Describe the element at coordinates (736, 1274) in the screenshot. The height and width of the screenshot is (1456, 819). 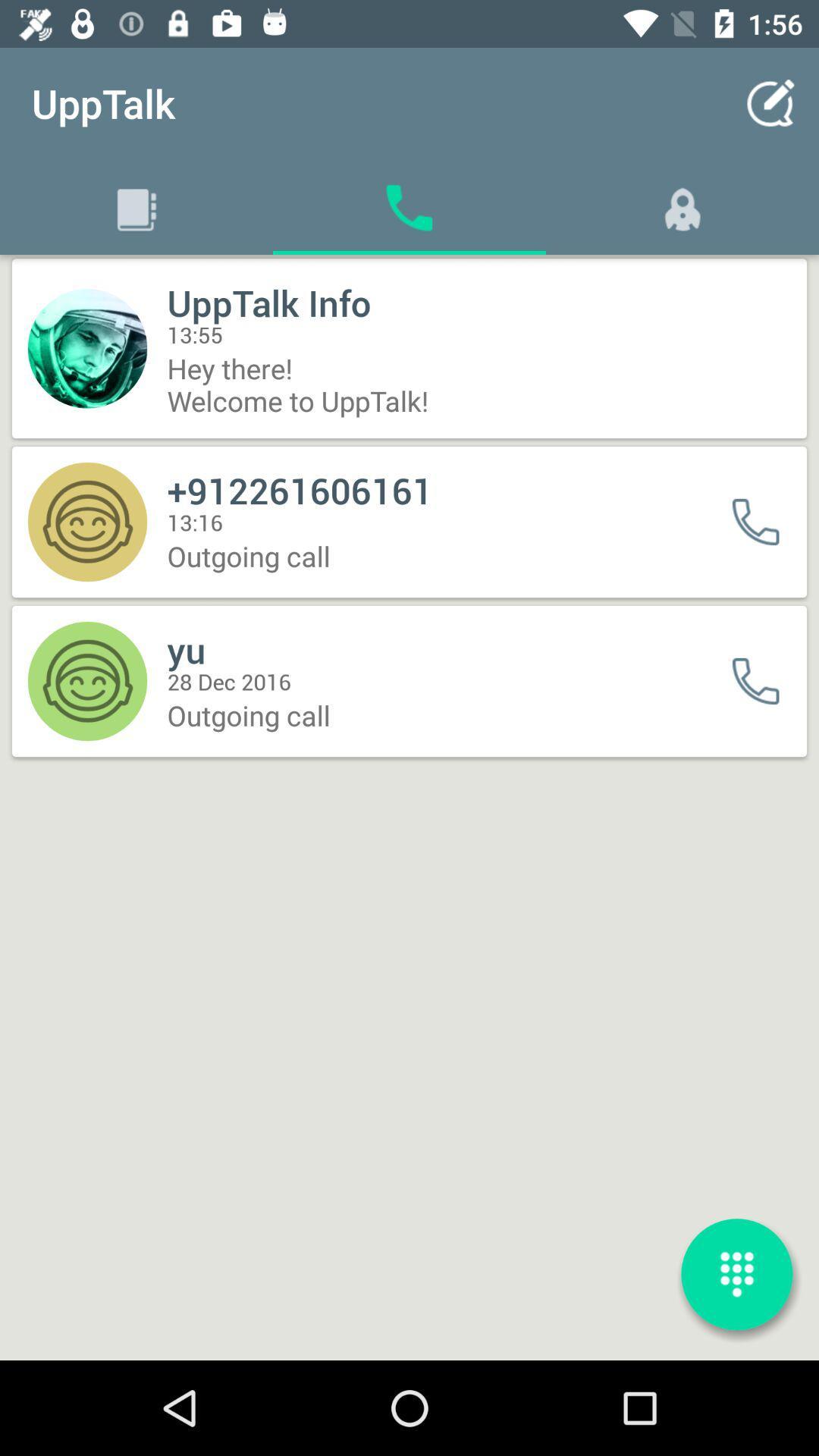
I see `open dial pad` at that location.